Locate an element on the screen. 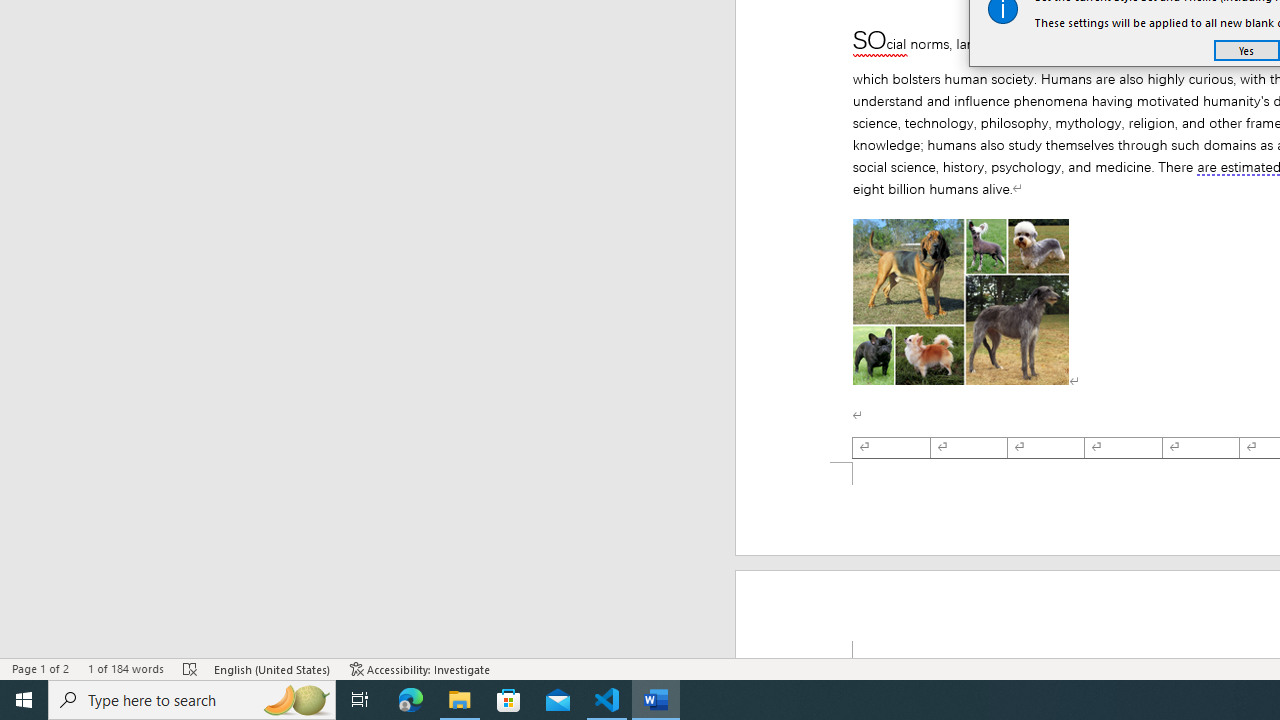 The width and height of the screenshot is (1280, 720). 'Page Number Page 1 of 2' is located at coordinates (40, 669).